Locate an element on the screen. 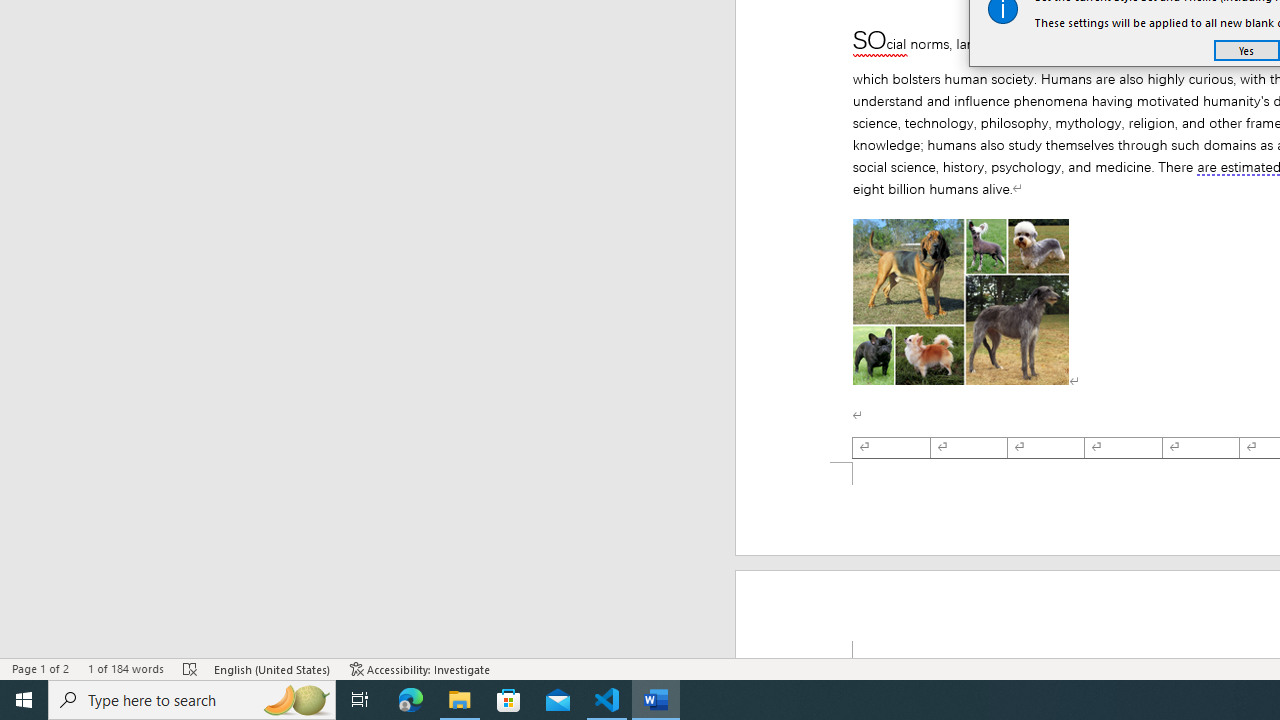 The width and height of the screenshot is (1280, 720). 'Page Number Page 1 of 2' is located at coordinates (40, 669).